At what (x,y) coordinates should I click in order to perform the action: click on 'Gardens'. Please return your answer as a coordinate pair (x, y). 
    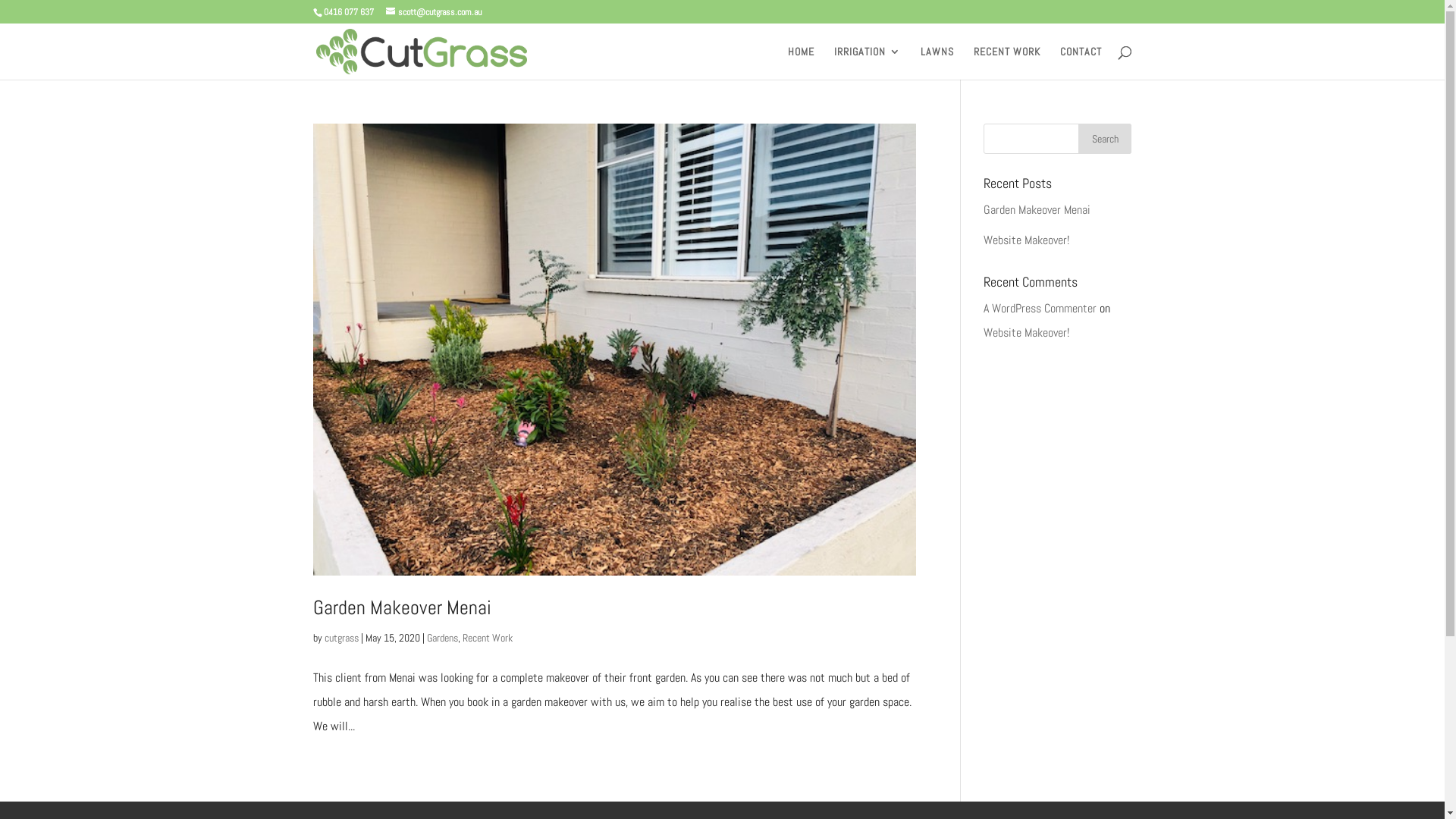
    Looking at the image, I should click on (441, 637).